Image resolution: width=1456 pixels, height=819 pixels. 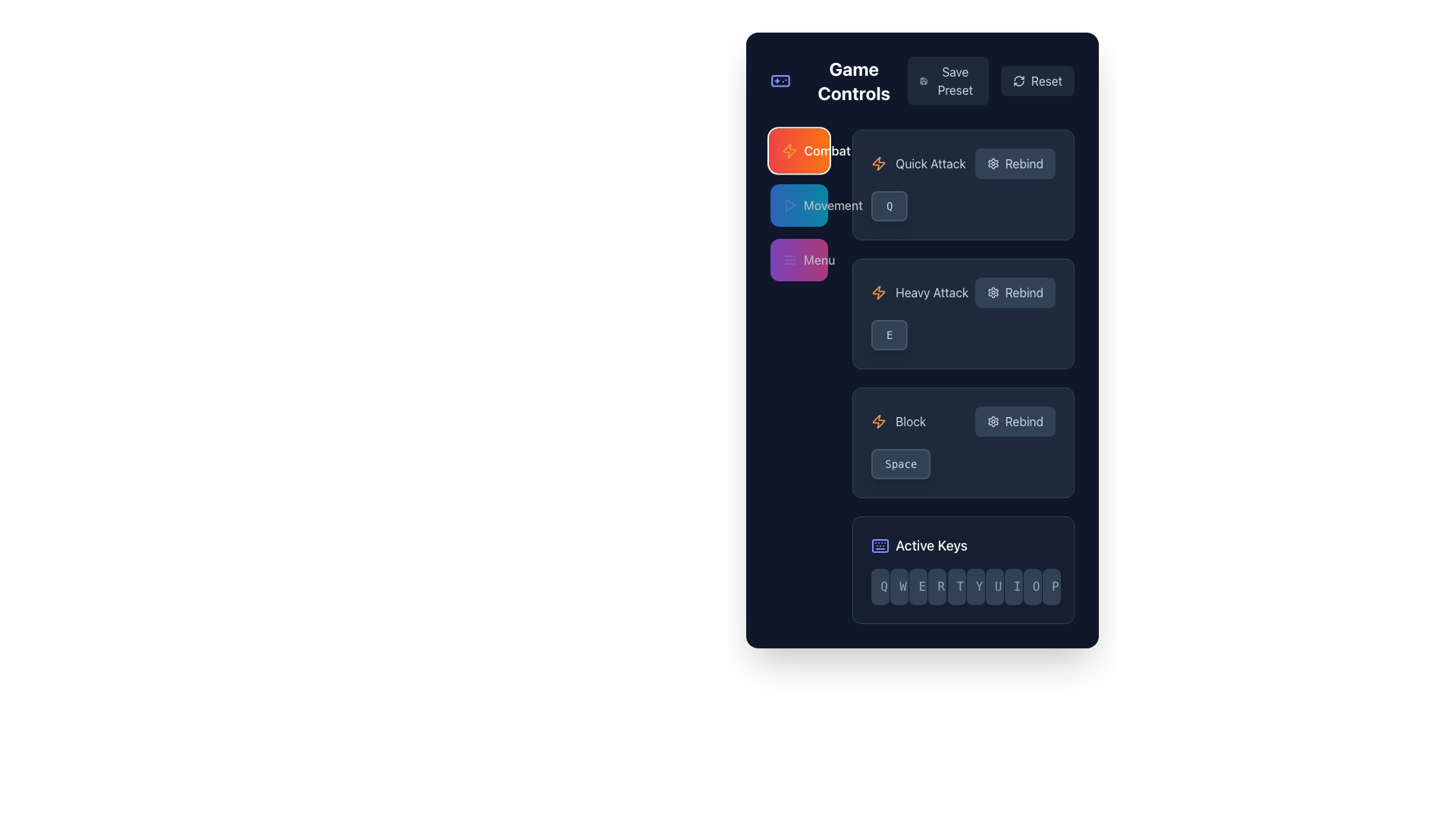 I want to click on the 'Movement' button, which features a blue gradient background with a play icon and bold white text, so click(x=821, y=205).